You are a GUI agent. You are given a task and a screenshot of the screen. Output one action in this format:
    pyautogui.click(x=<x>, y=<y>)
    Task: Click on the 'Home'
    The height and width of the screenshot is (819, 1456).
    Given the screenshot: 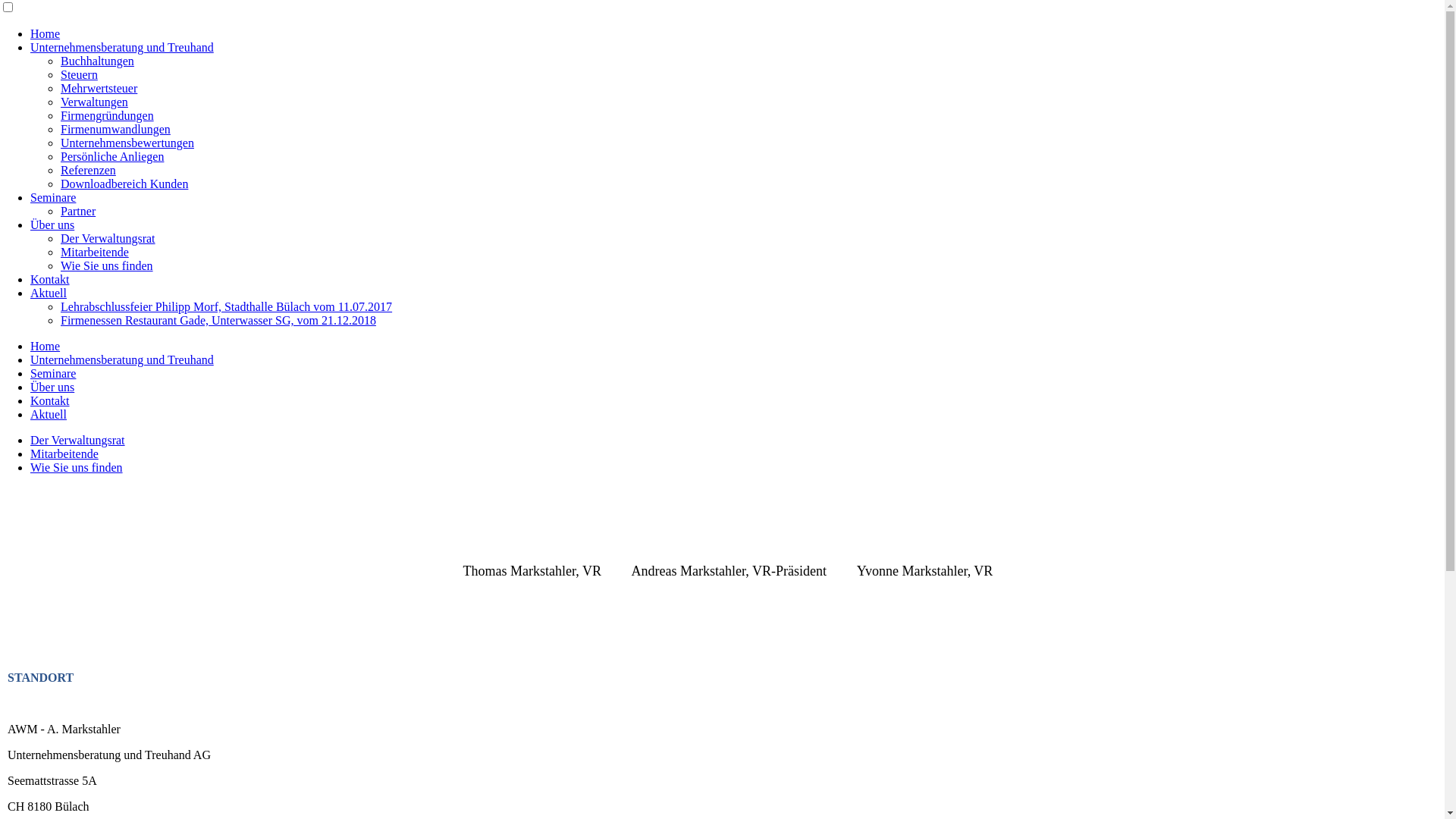 What is the action you would take?
    pyautogui.click(x=45, y=33)
    